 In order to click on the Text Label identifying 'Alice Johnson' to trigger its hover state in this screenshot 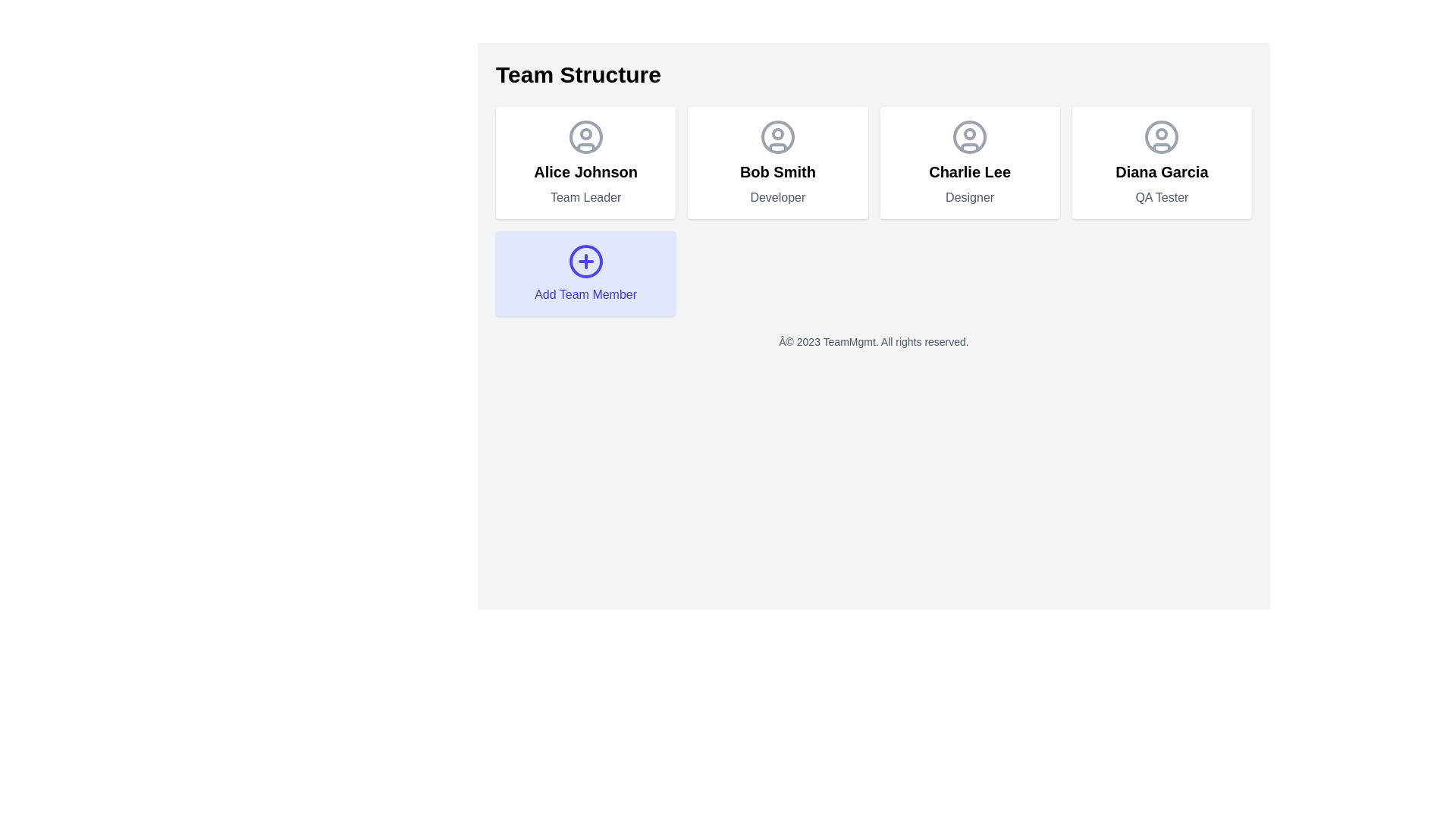, I will do `click(585, 171)`.